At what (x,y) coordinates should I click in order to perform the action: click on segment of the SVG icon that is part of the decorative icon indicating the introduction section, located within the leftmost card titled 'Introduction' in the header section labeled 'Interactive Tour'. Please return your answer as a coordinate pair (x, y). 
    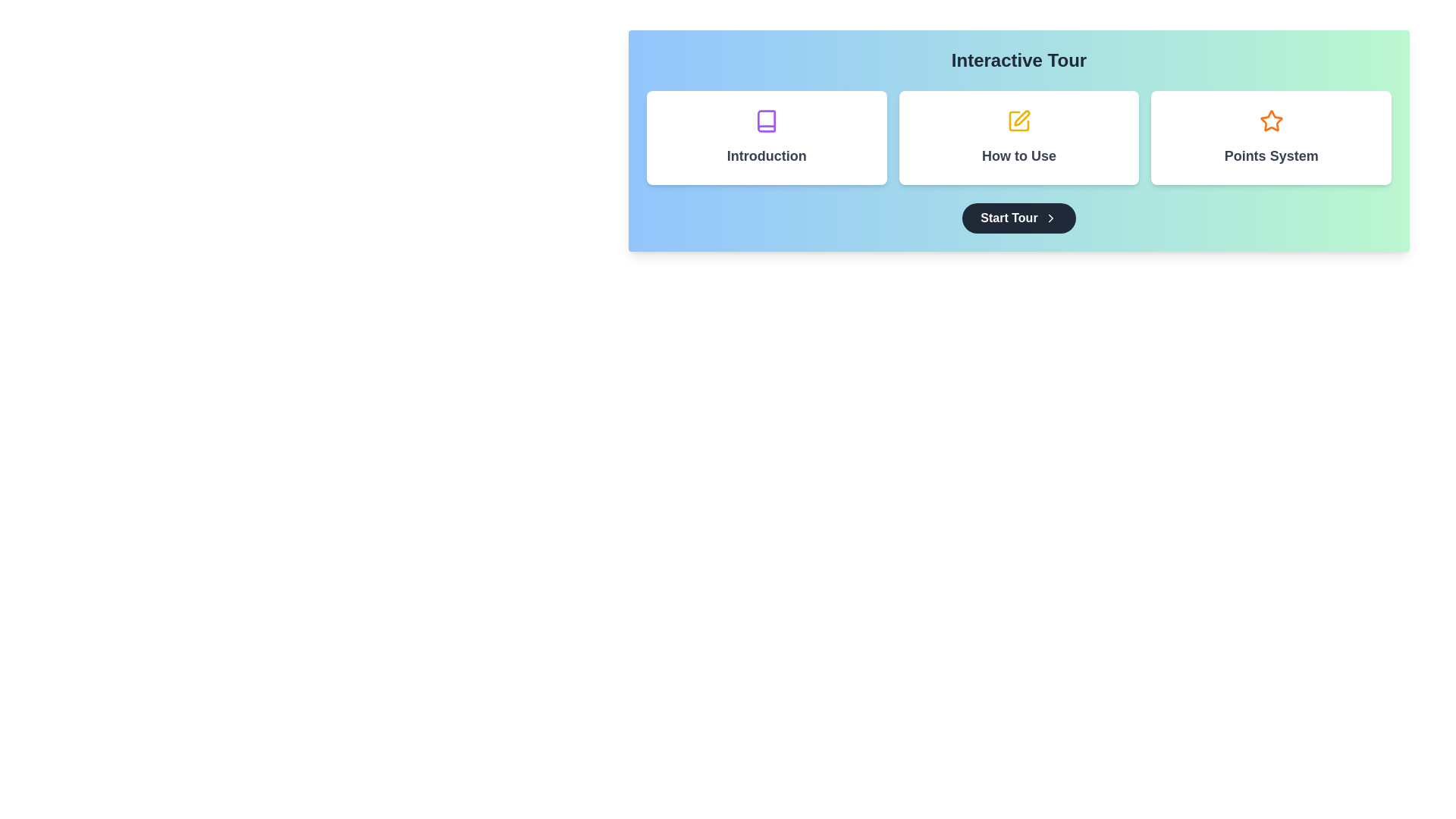
    Looking at the image, I should click on (767, 120).